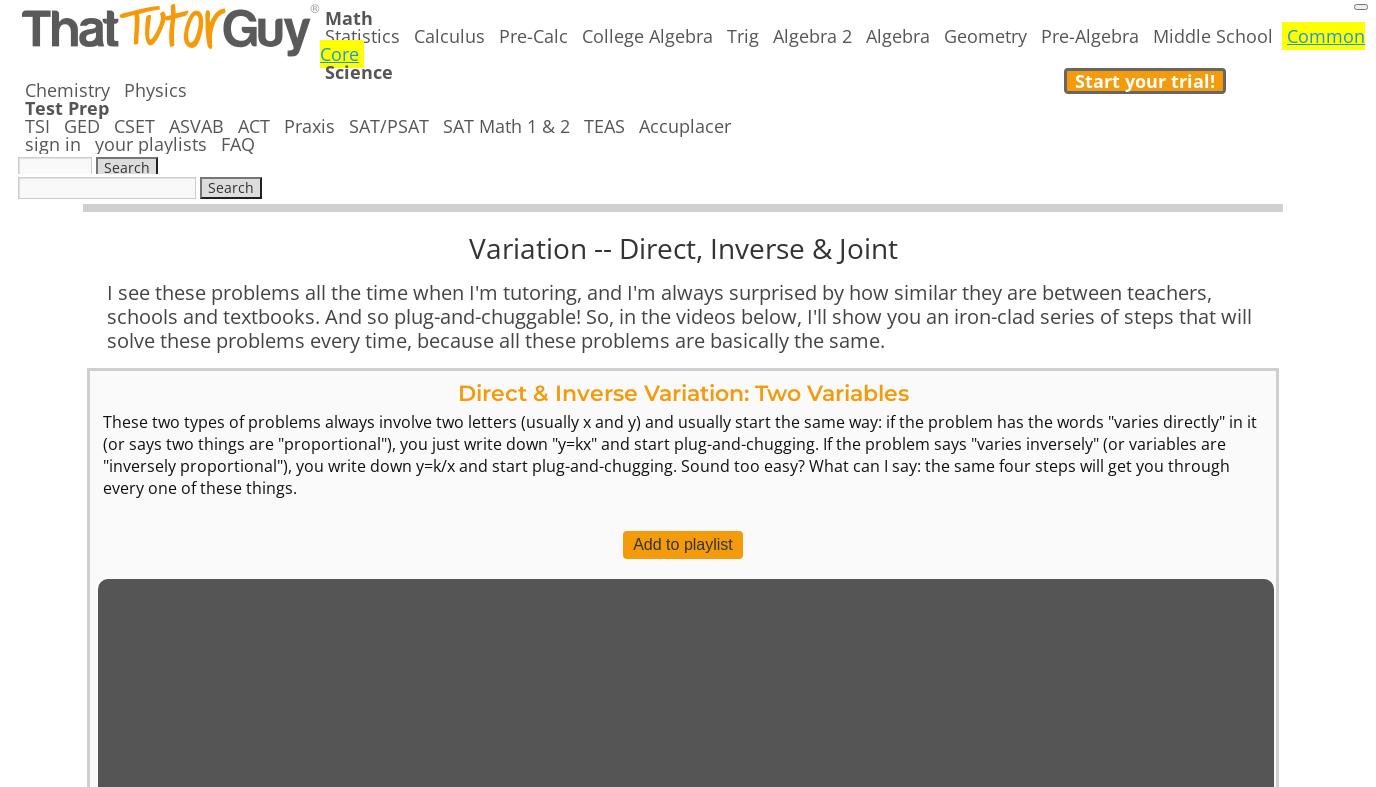 Image resolution: width=1376 pixels, height=787 pixels. What do you see at coordinates (466, 247) in the screenshot?
I see `'Variation -- Direct, Inverse & Joint'` at bounding box center [466, 247].